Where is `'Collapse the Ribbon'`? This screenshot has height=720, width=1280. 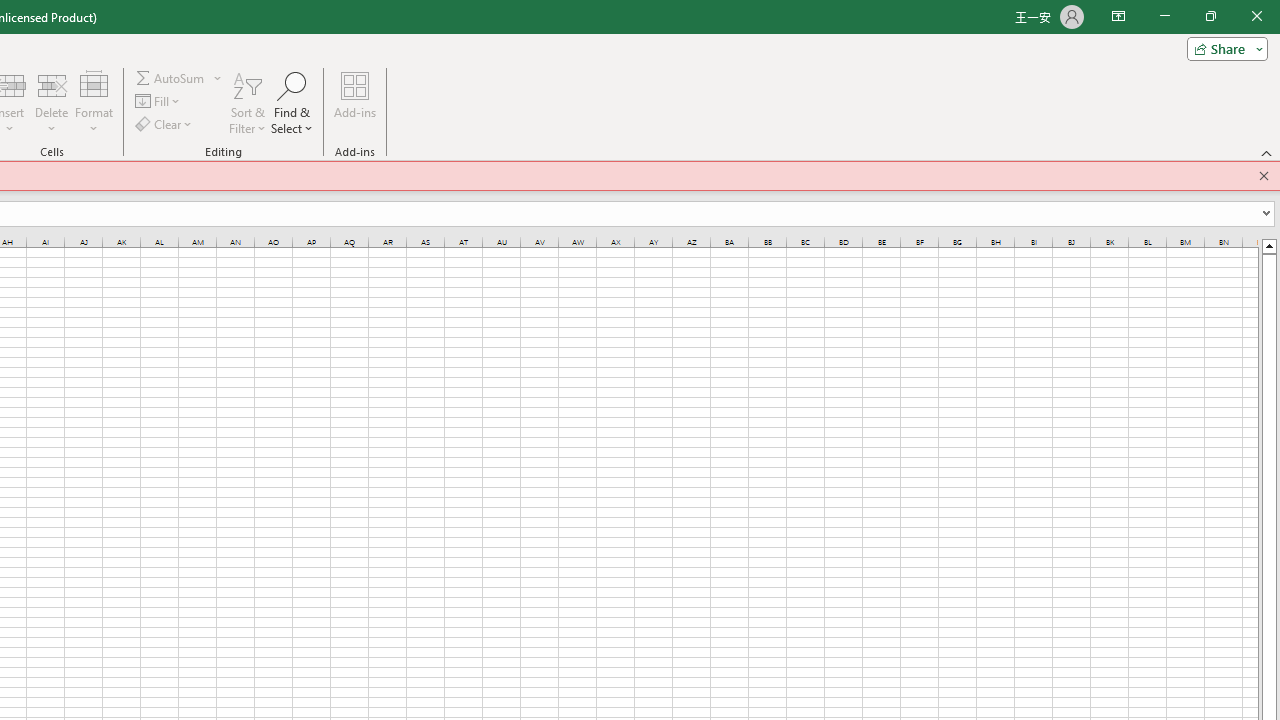 'Collapse the Ribbon' is located at coordinates (1266, 152).